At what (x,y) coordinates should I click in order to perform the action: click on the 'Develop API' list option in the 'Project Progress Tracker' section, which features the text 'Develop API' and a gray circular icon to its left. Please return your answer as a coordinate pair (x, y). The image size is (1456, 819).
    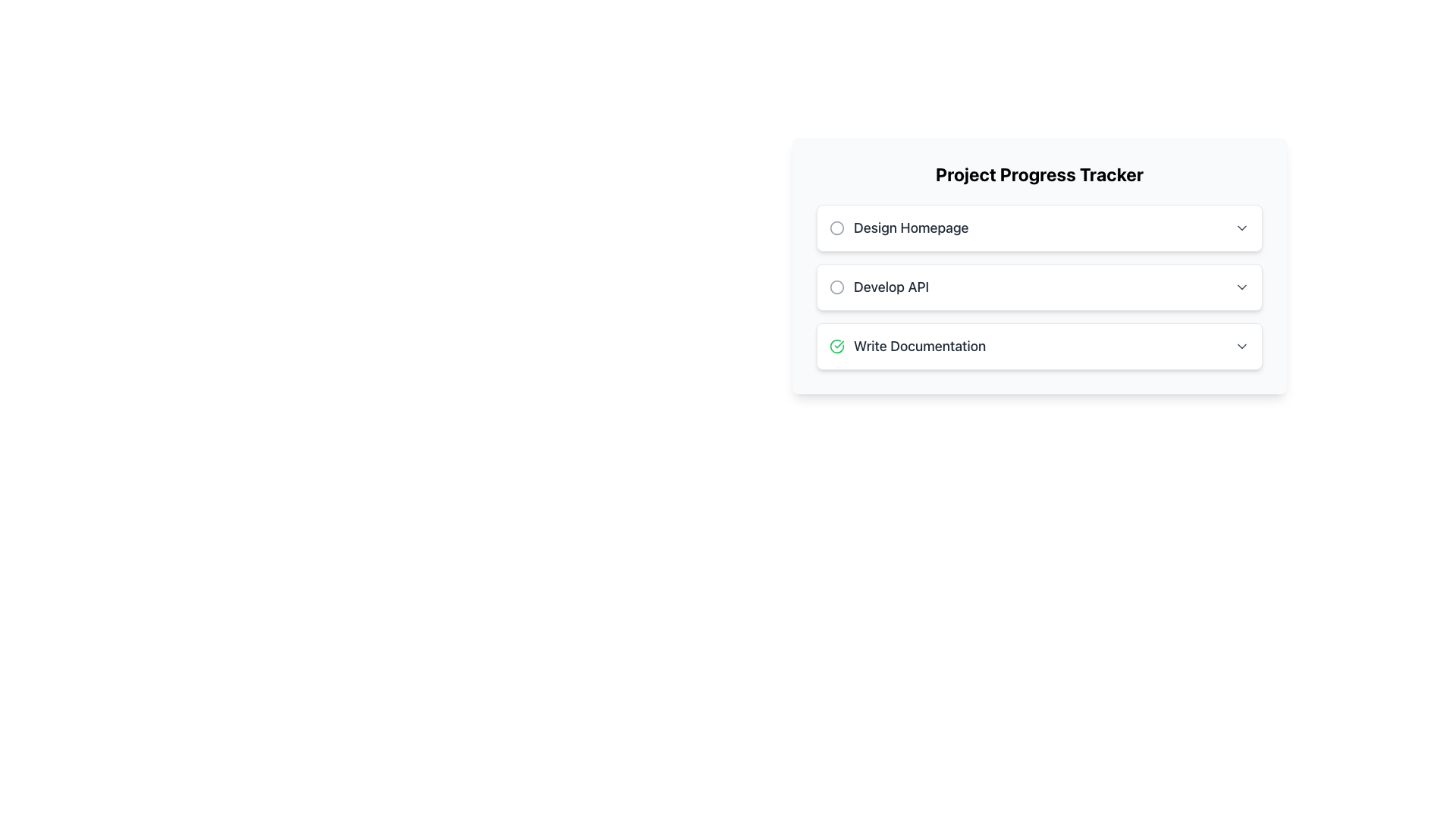
    Looking at the image, I should click on (879, 287).